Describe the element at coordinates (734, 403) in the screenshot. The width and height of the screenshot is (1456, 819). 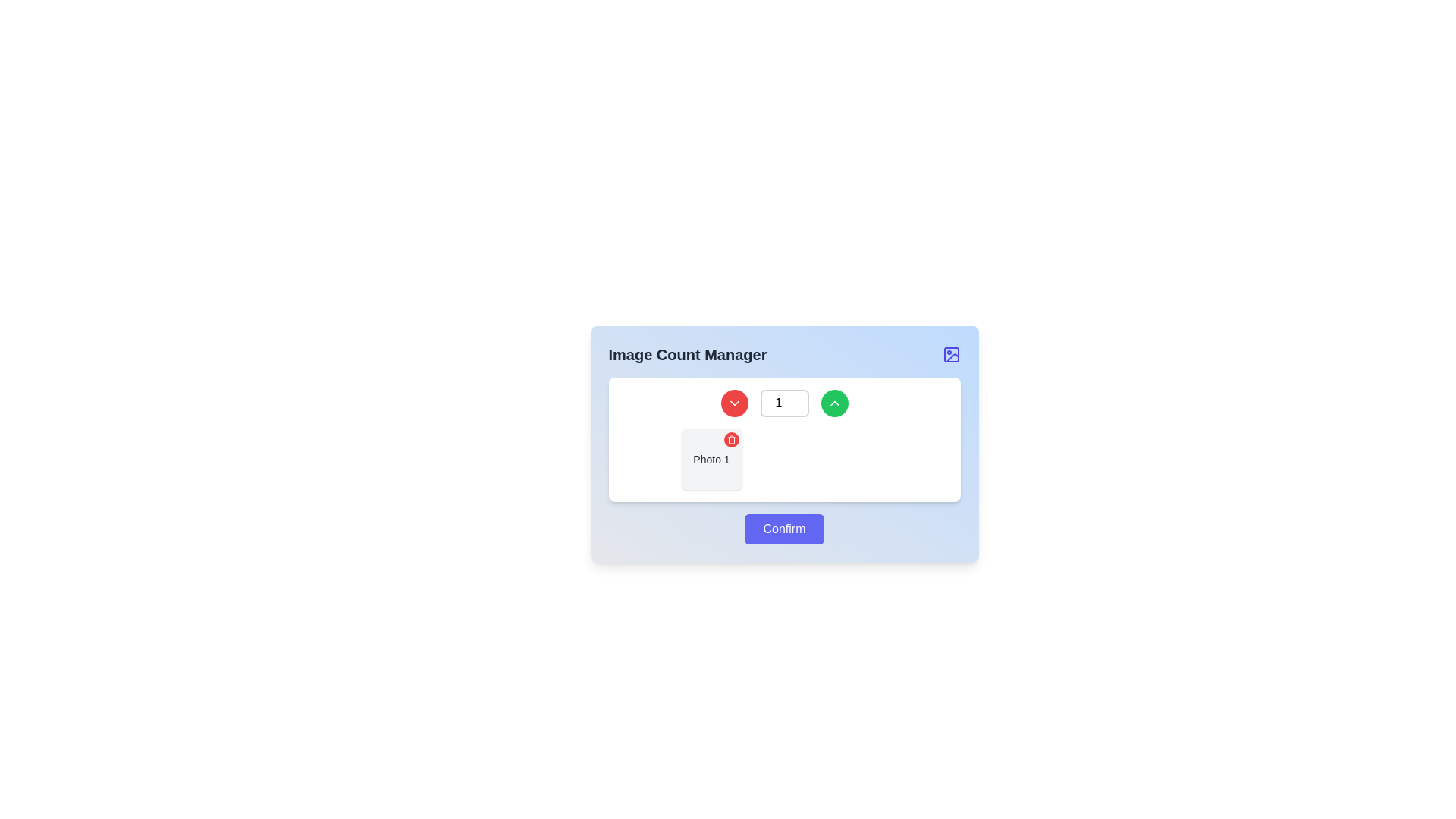
I see `the small downward-pointing triangle icon located inside the red circular button in the top-left corner of the white panel area` at that location.